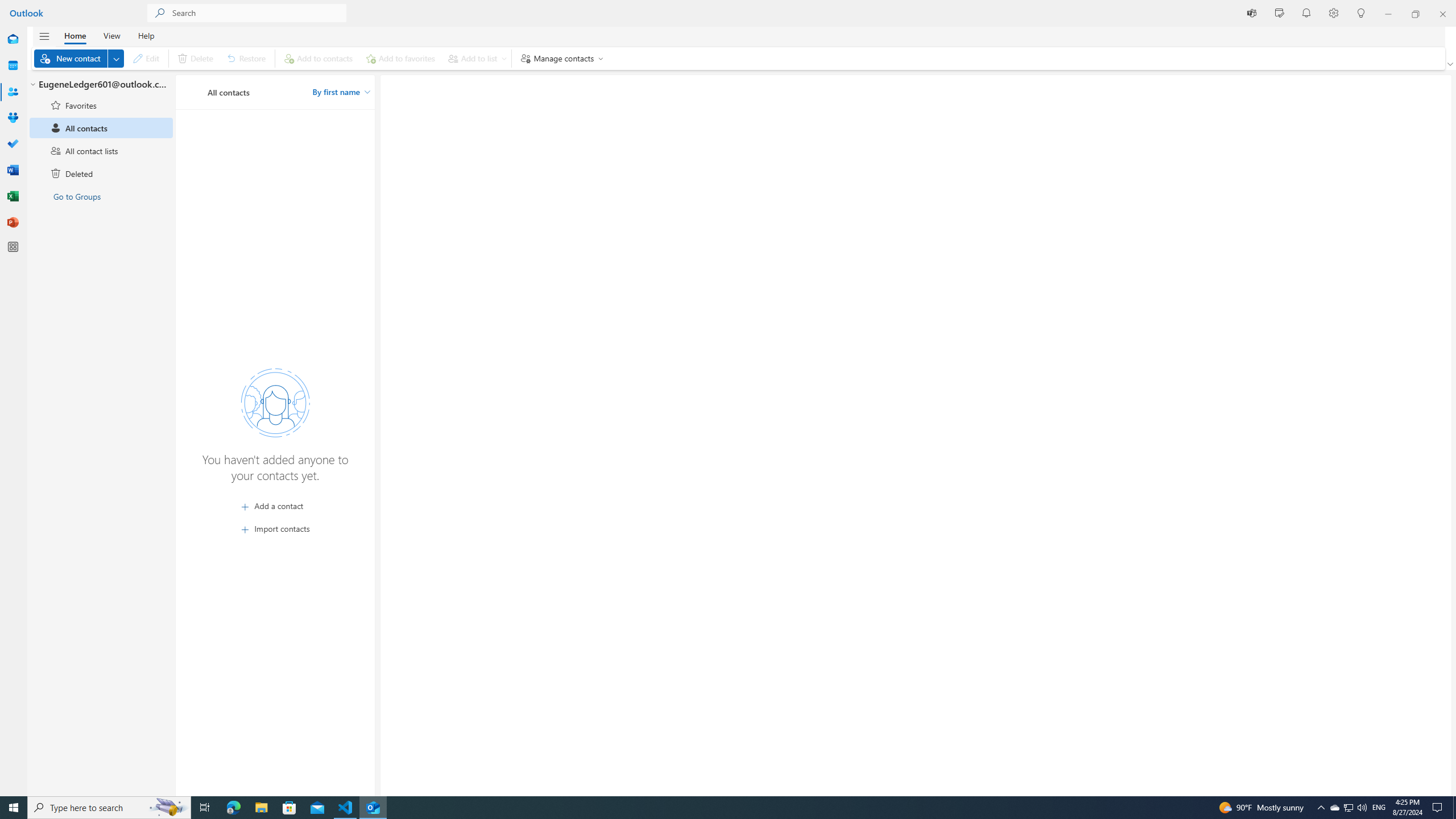 The width and height of the screenshot is (1456, 819). What do you see at coordinates (111, 35) in the screenshot?
I see `'View'` at bounding box center [111, 35].